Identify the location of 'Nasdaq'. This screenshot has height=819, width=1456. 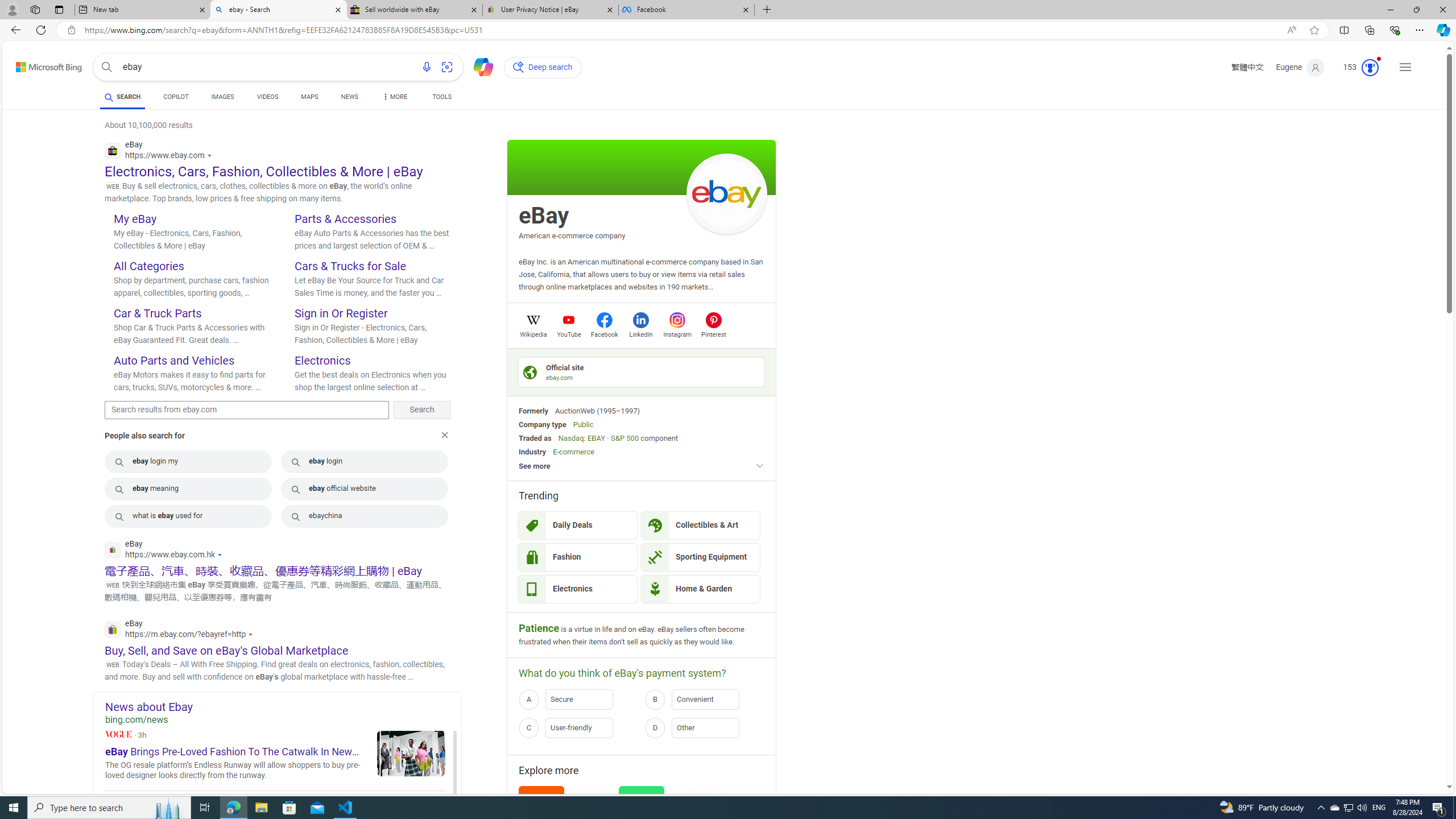
(570, 437).